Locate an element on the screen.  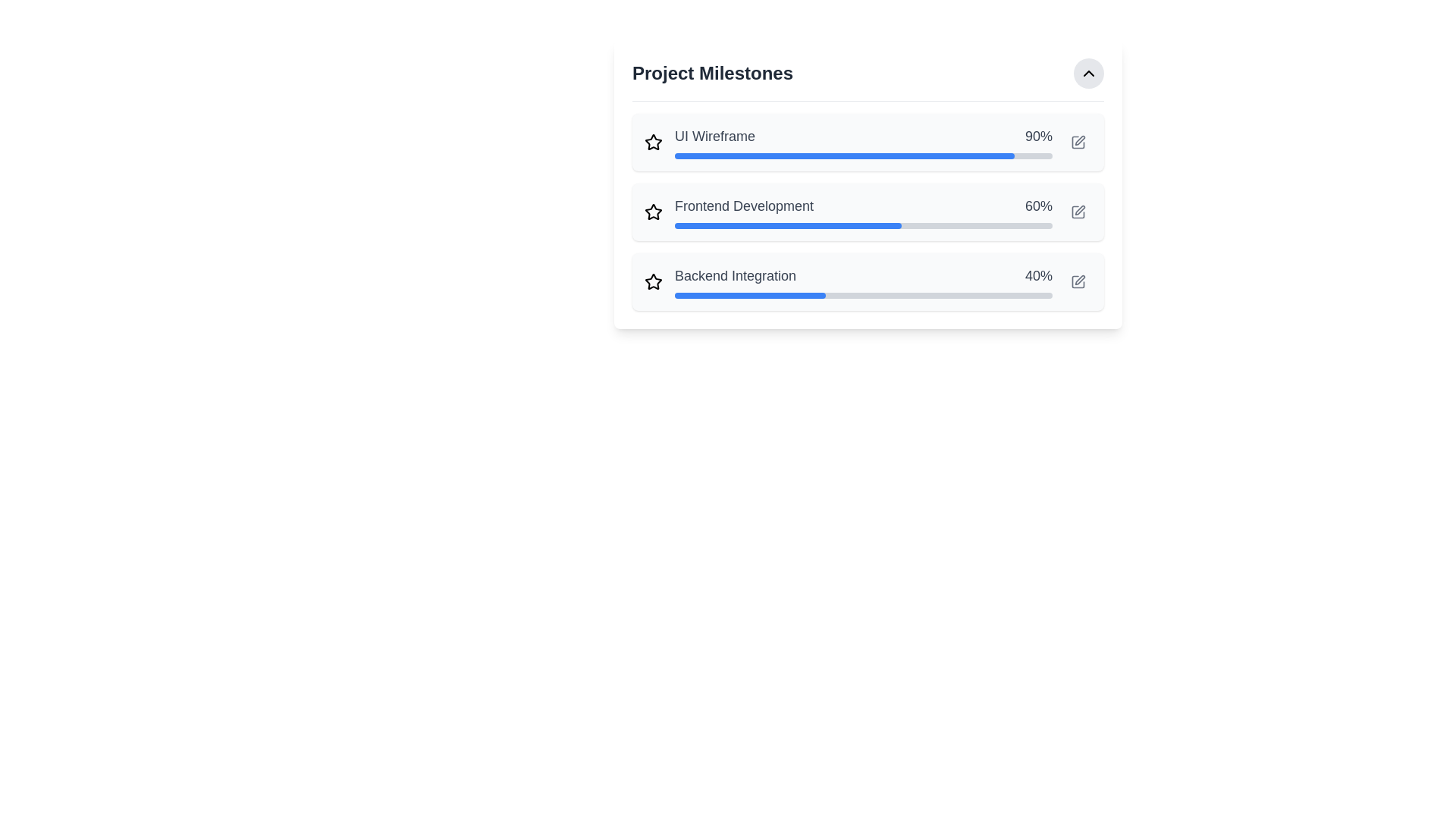
the toggle button located at the top-right corner of the 'Project Milestones' section is located at coordinates (1087, 73).